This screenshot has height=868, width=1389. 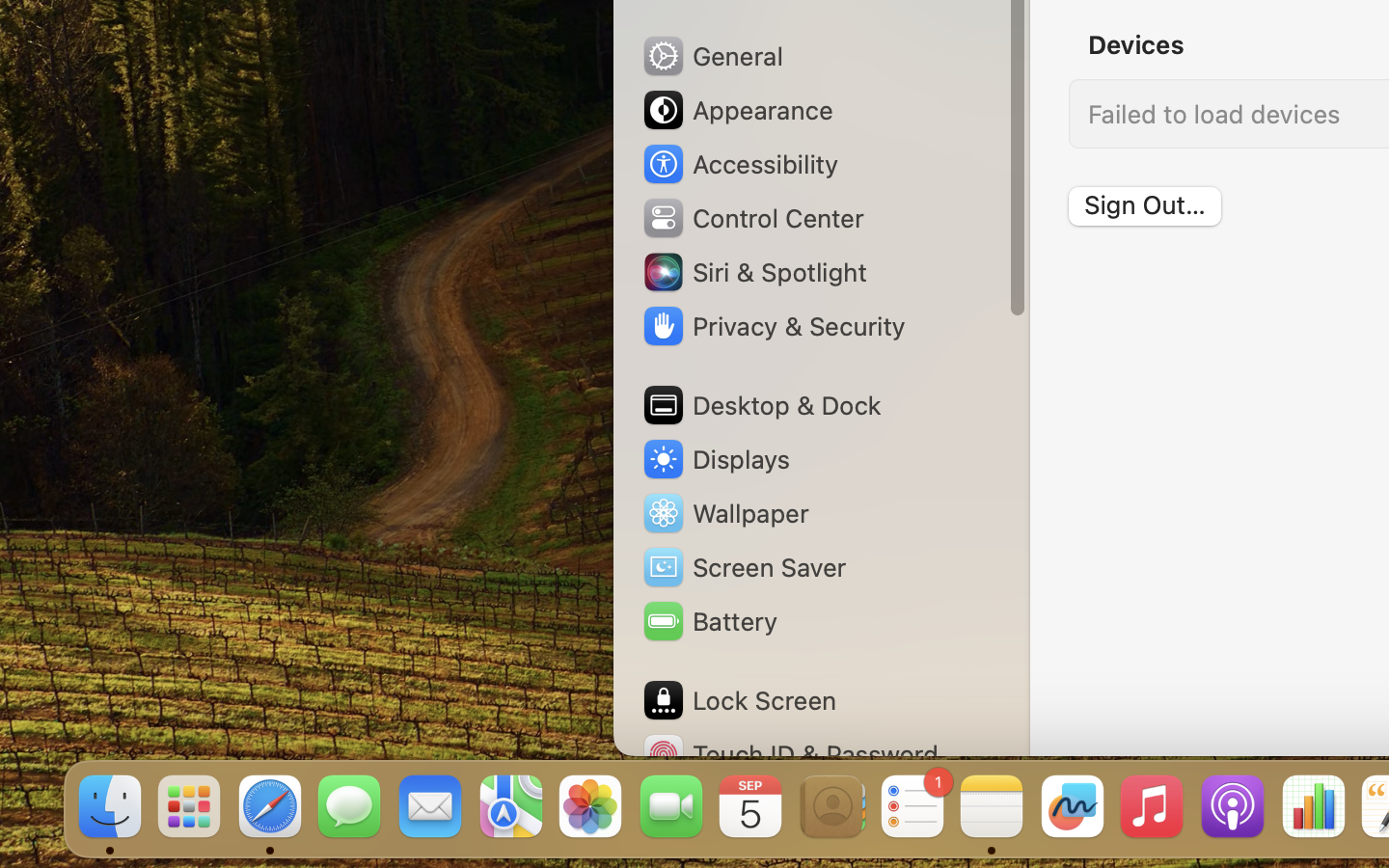 What do you see at coordinates (773, 326) in the screenshot?
I see `'Privacy & Security'` at bounding box center [773, 326].